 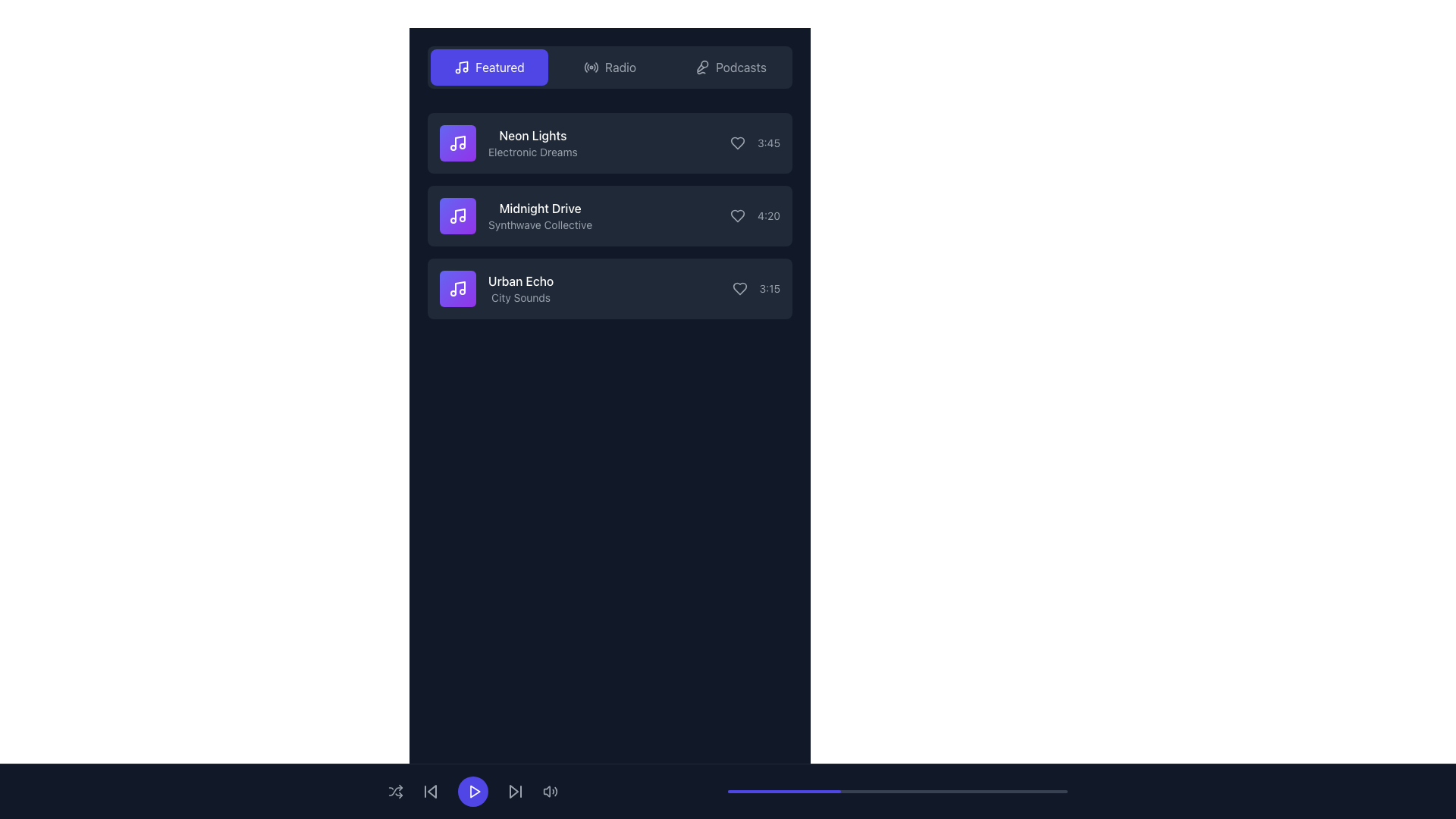 I want to click on the circular button with a dark blue background and a white play icon in the center, located in the bottom navigation bar to play media, so click(x=472, y=791).